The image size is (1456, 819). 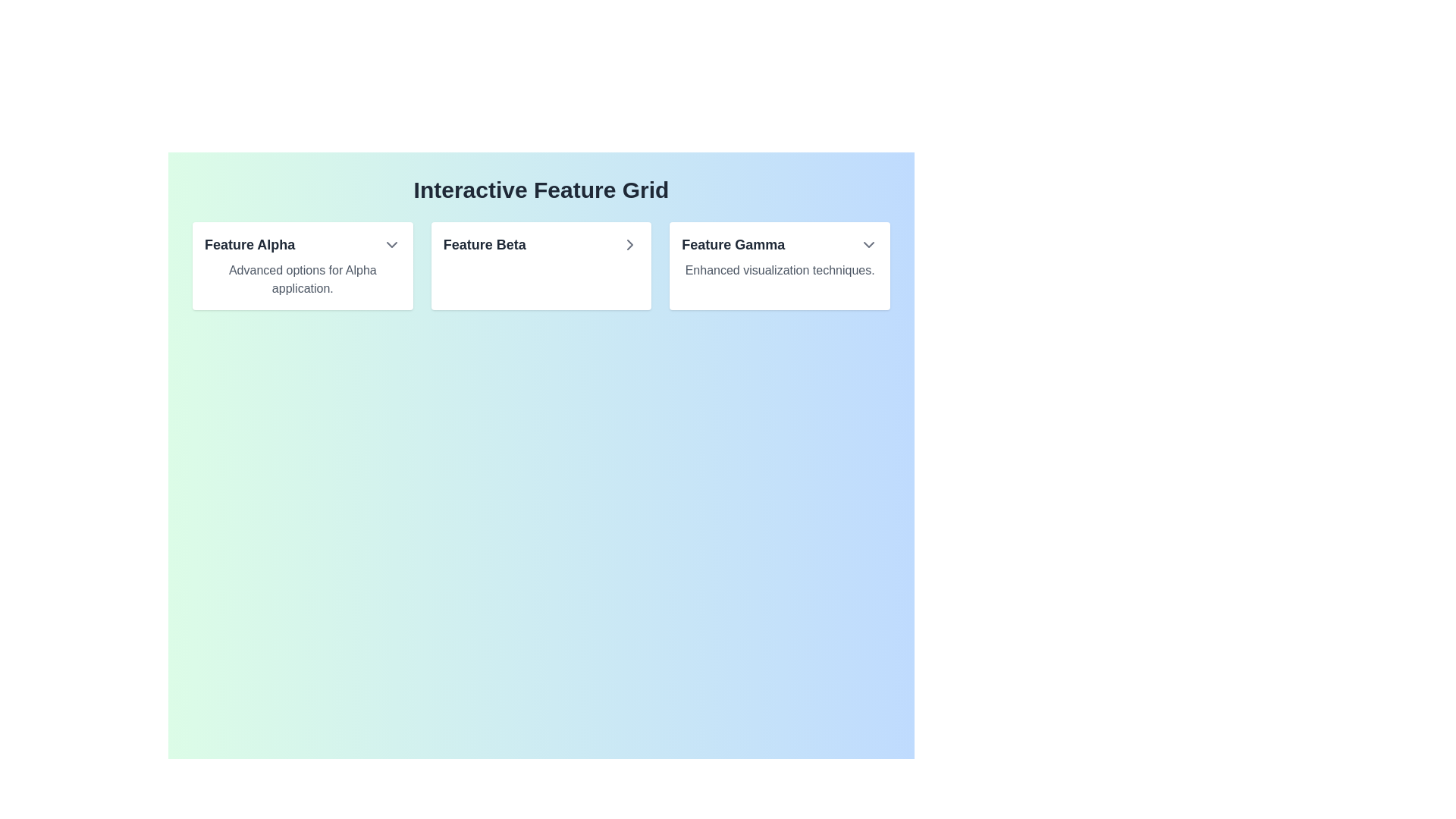 I want to click on the text label displaying 'Enhanced visualization techniques.' which is located within the 'Feature Gamma' panel and is styled in gray color, so click(x=780, y=270).